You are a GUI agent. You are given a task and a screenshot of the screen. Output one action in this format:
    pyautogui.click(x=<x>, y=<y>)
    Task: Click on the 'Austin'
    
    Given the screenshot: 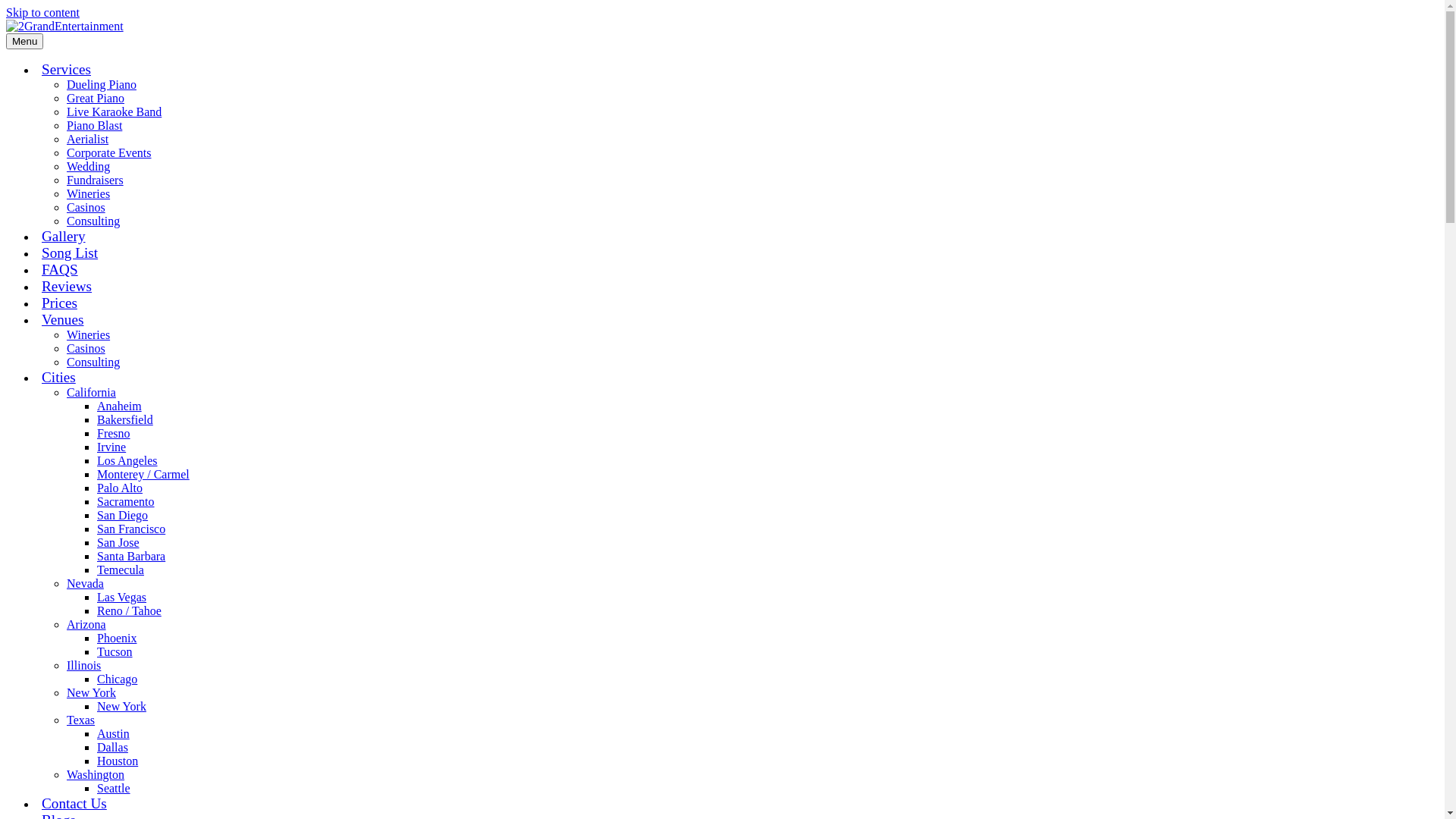 What is the action you would take?
    pyautogui.click(x=112, y=733)
    